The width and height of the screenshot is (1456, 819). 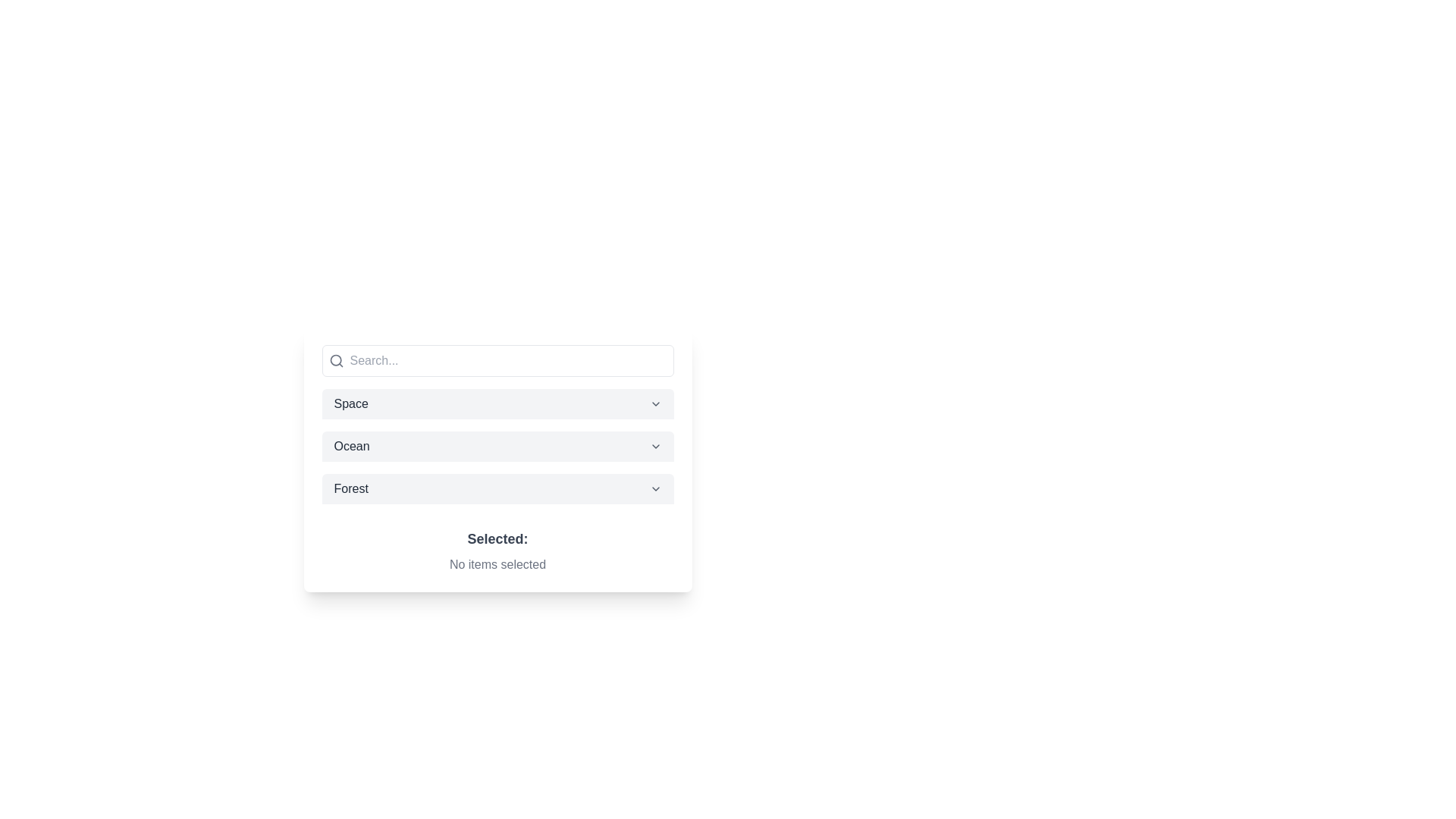 I want to click on the small downward chevron-shaped icon located to the far right of the 'Space' entry, so click(x=655, y=403).